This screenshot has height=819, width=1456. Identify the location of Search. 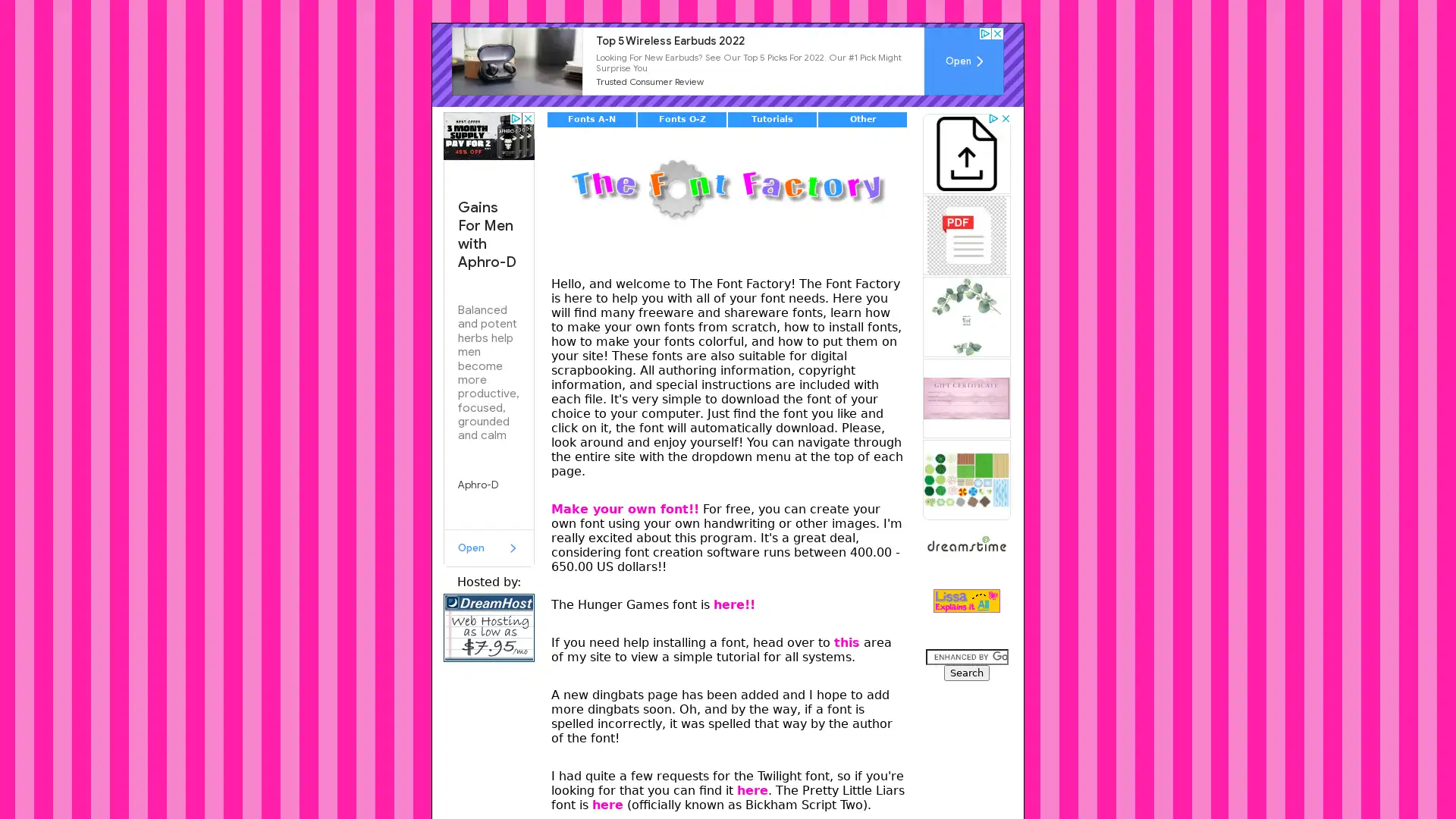
(966, 672).